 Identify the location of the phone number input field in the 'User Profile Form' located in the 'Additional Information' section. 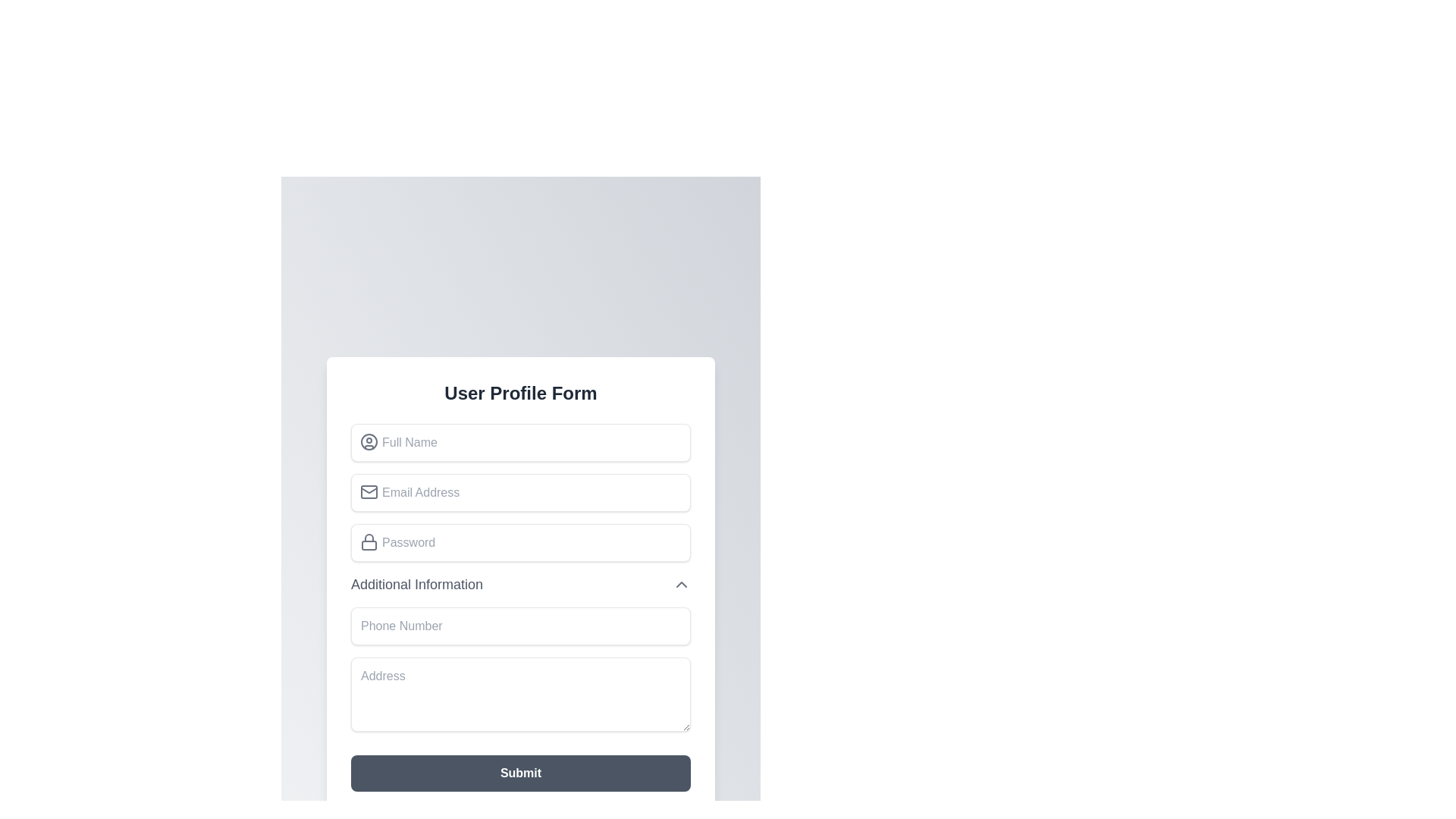
(520, 626).